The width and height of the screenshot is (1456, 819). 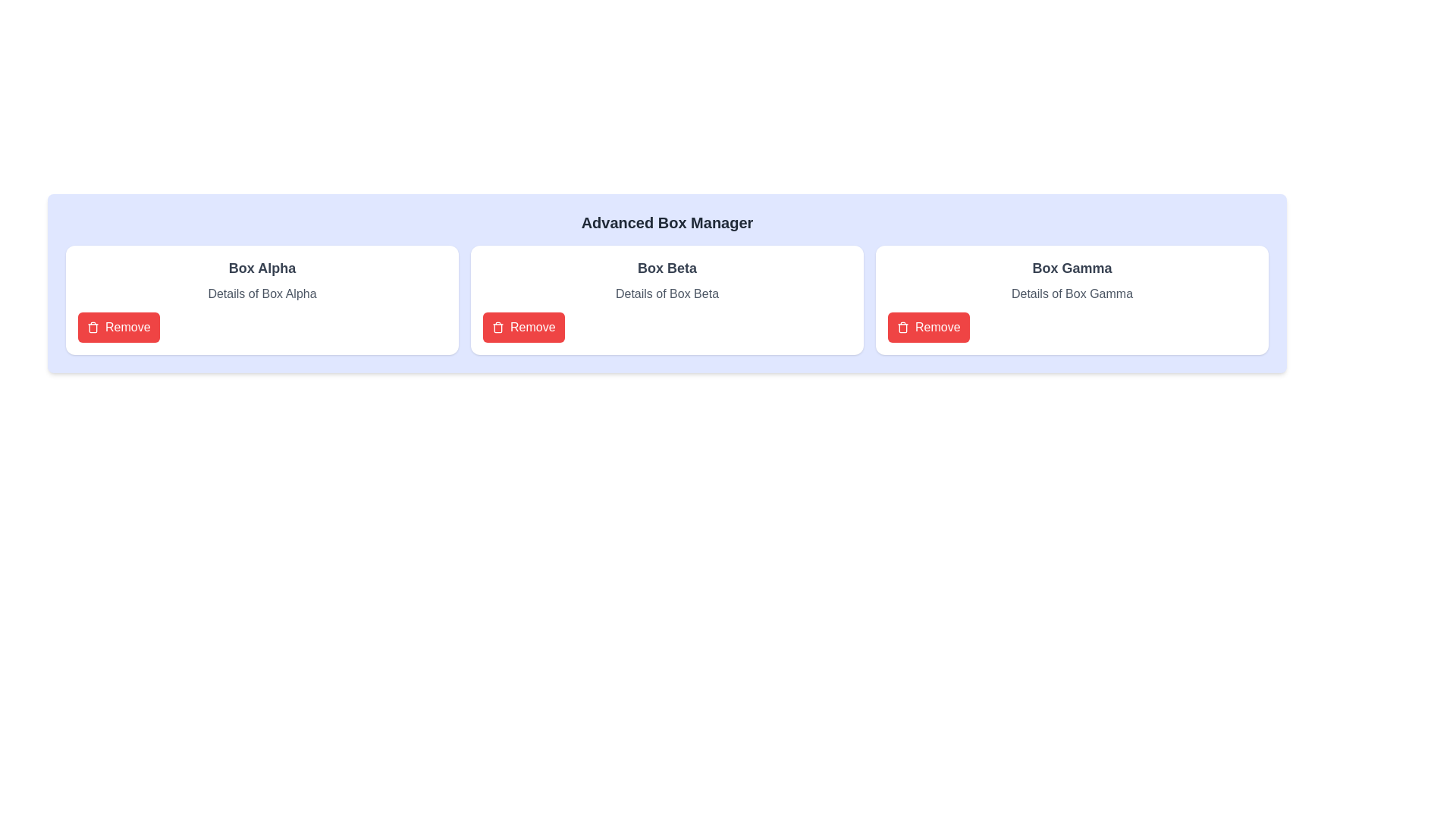 What do you see at coordinates (262, 294) in the screenshot?
I see `the text label displaying 'Details of Box Alpha', which is aligned below the title text 'Box Alpha' and above the button labeled 'Remove'` at bounding box center [262, 294].